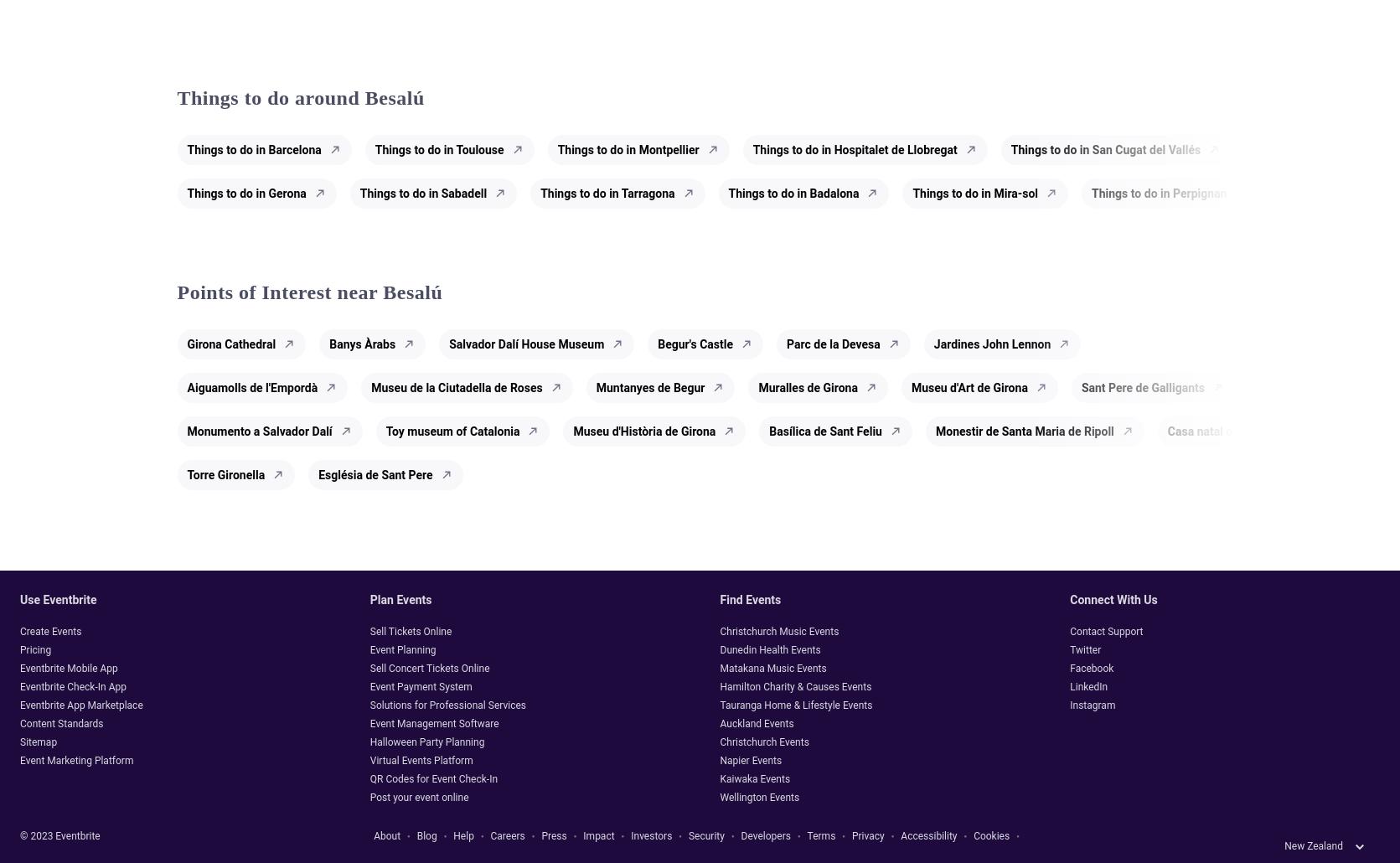 Image resolution: width=1400 pixels, height=863 pixels. Describe the element at coordinates (428, 667) in the screenshot. I see `'Sell Concert Tickets Online'` at that location.